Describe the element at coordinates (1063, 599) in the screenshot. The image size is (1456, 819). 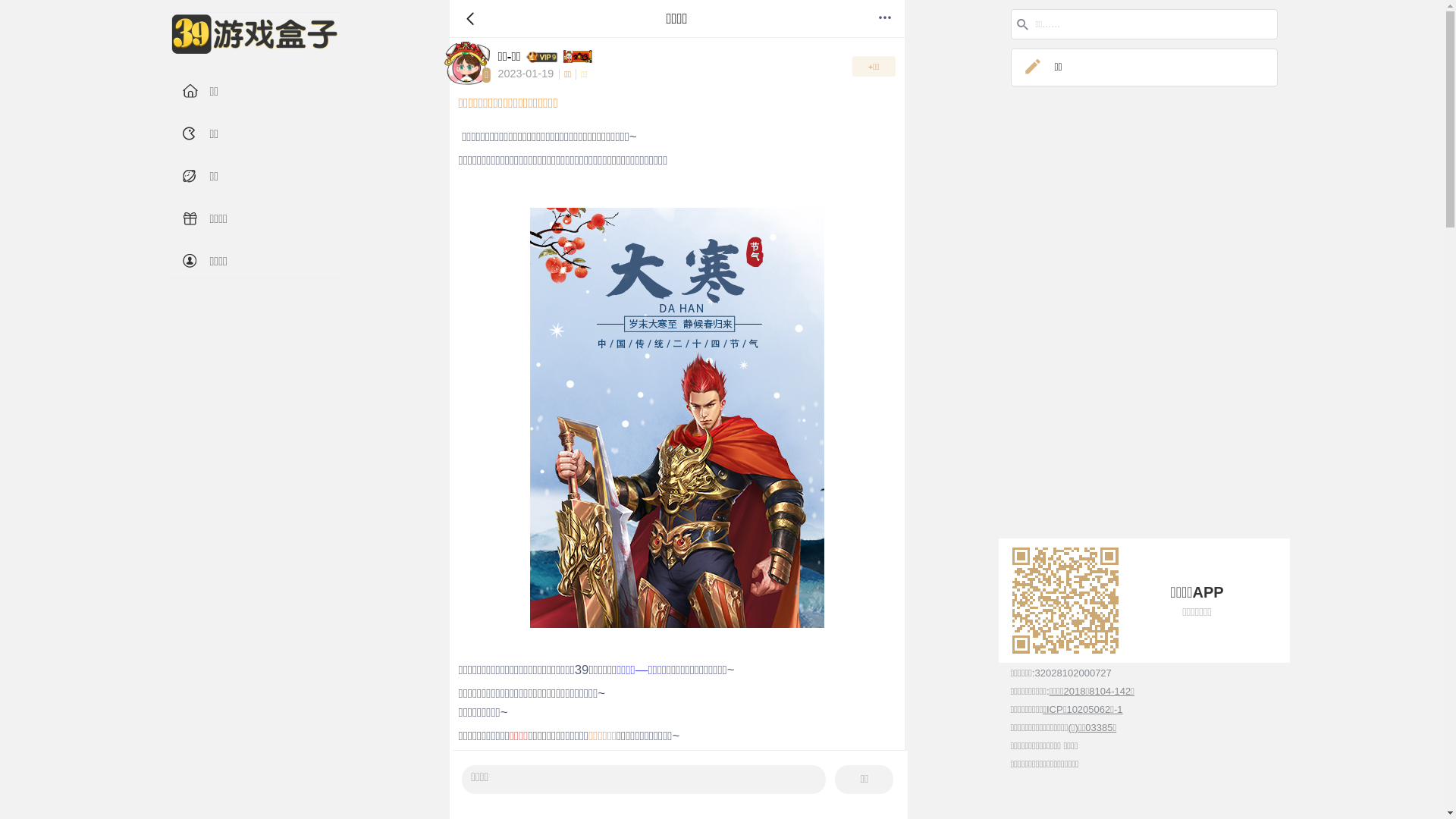
I see `'https://bbs.3975.com/interface/package-app-link'` at that location.